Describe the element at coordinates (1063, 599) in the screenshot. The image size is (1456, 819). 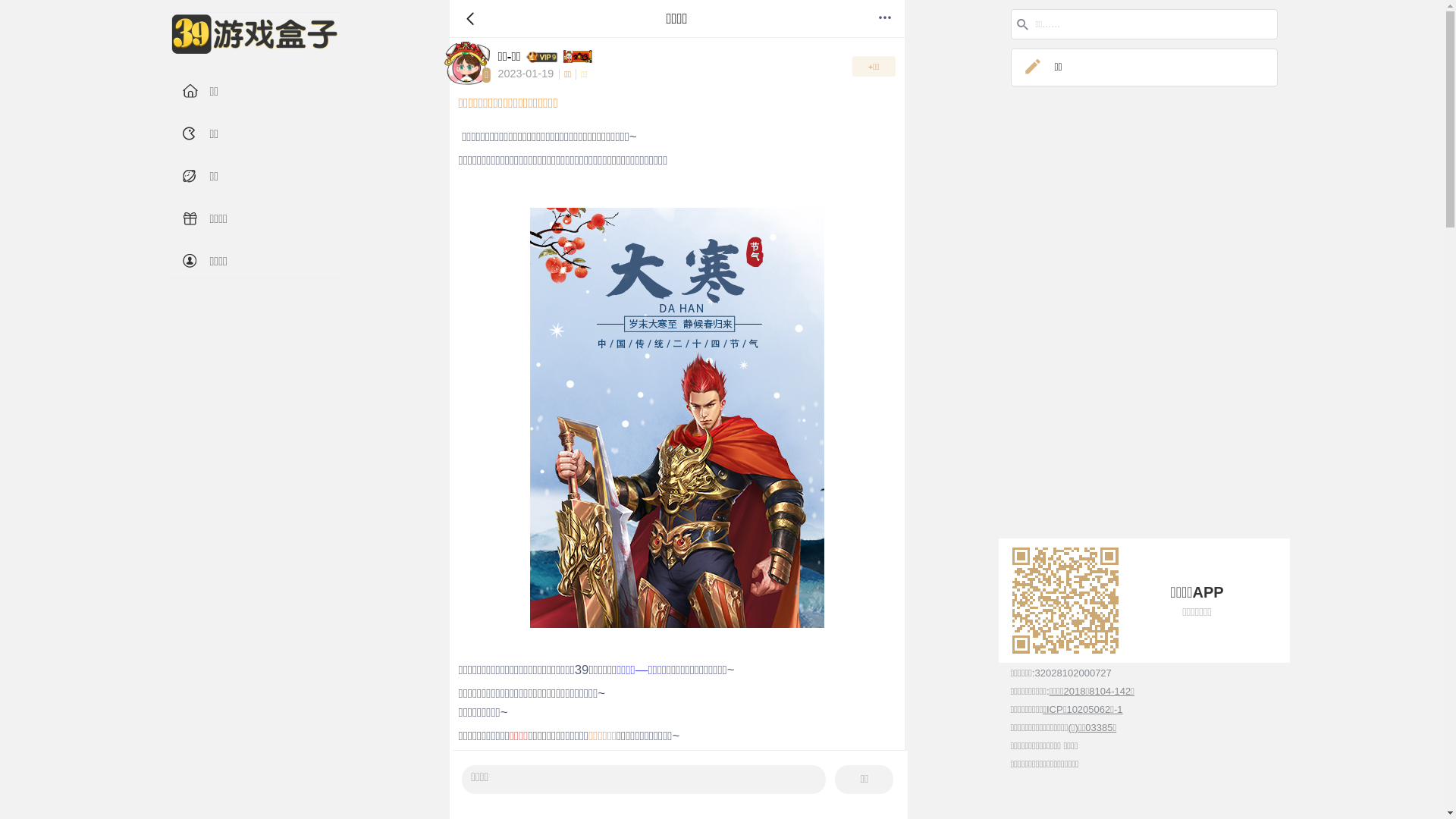
I see `'https://bbs.3975.com/interface/package-app-link'` at that location.